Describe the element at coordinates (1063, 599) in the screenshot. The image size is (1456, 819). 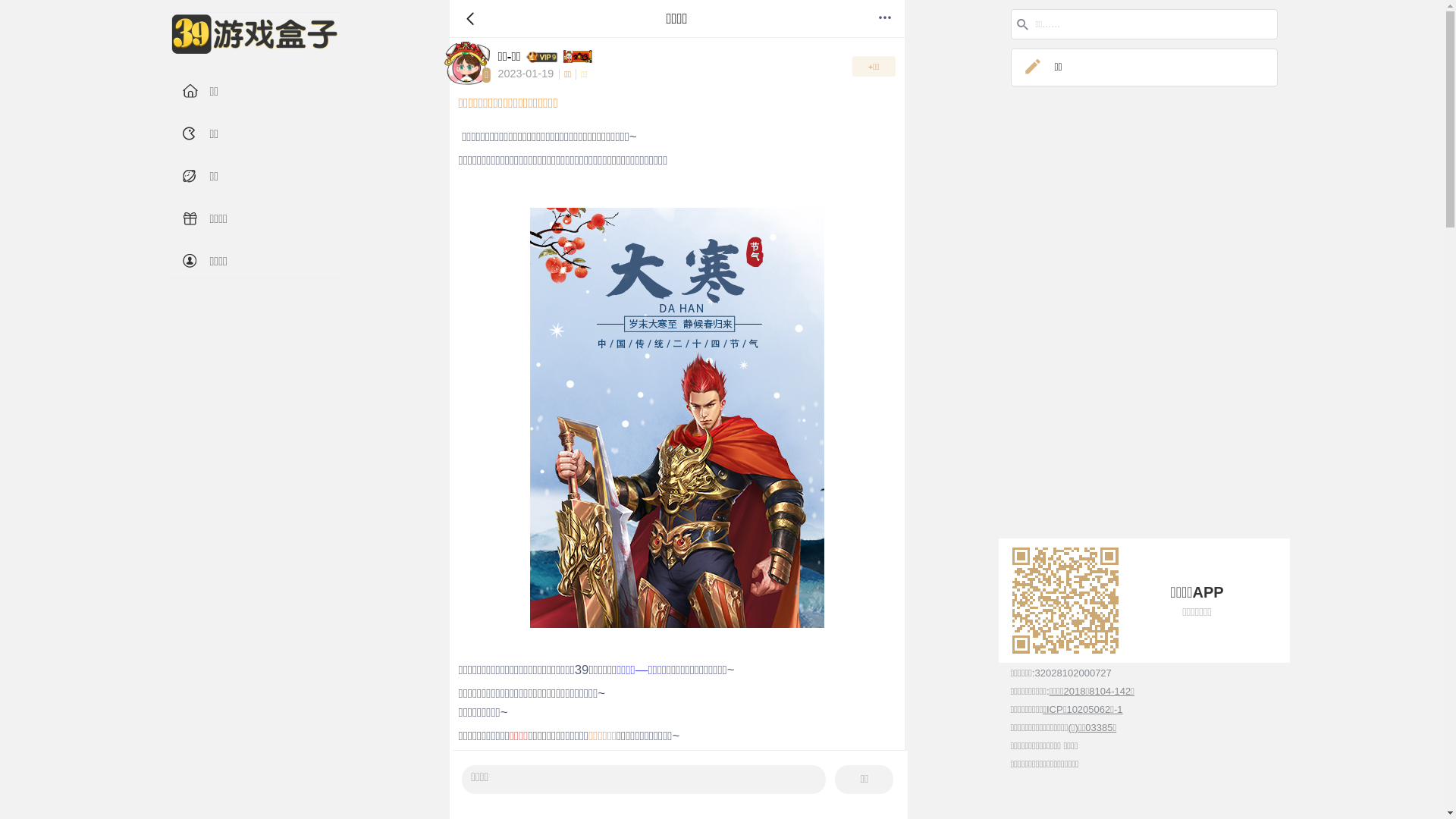
I see `'https://bbs.3975.com/interface/package-app-link'` at that location.